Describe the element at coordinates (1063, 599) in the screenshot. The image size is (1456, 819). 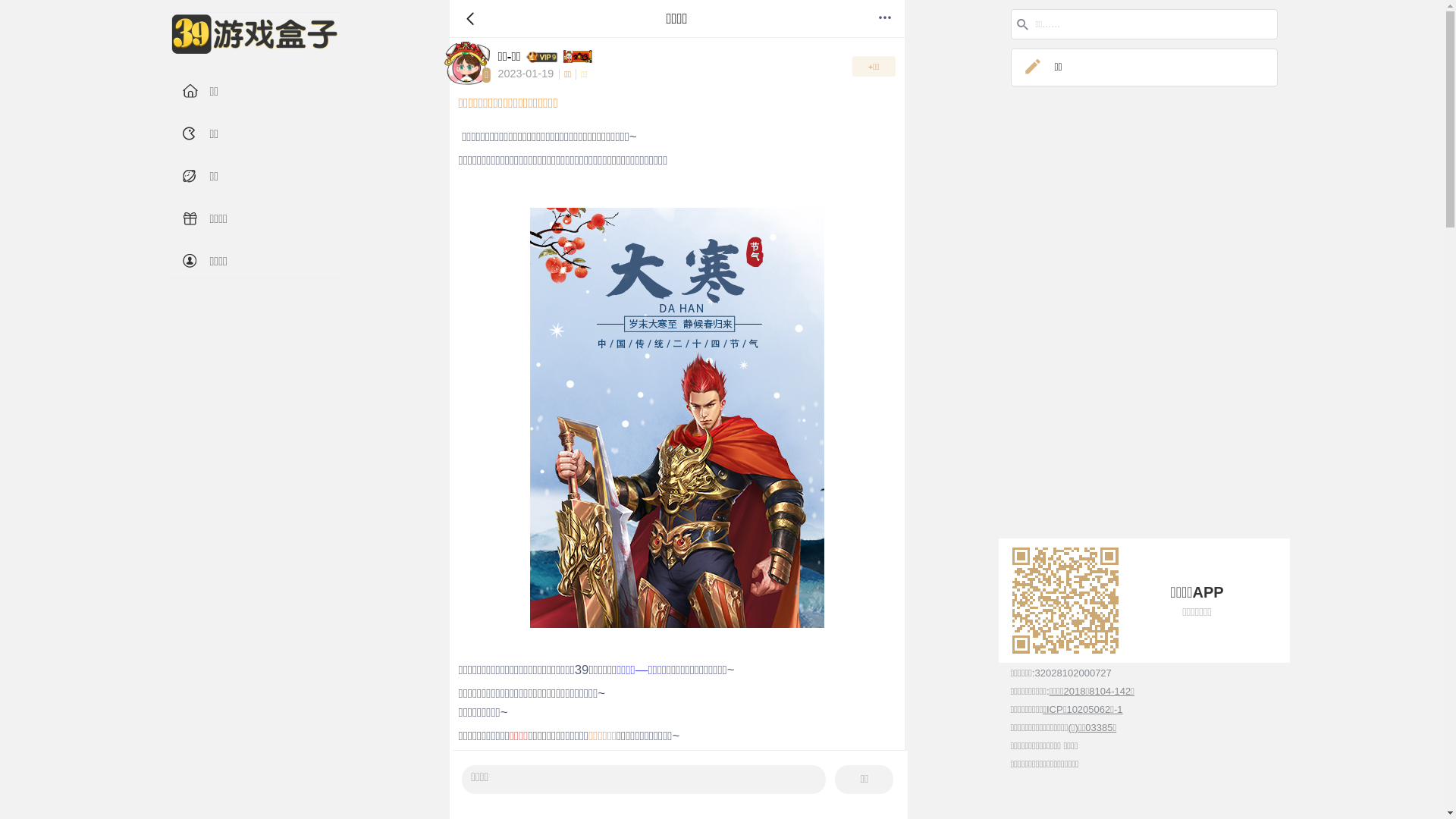
I see `'https://bbs.3975.com/interface/package-app-link'` at that location.